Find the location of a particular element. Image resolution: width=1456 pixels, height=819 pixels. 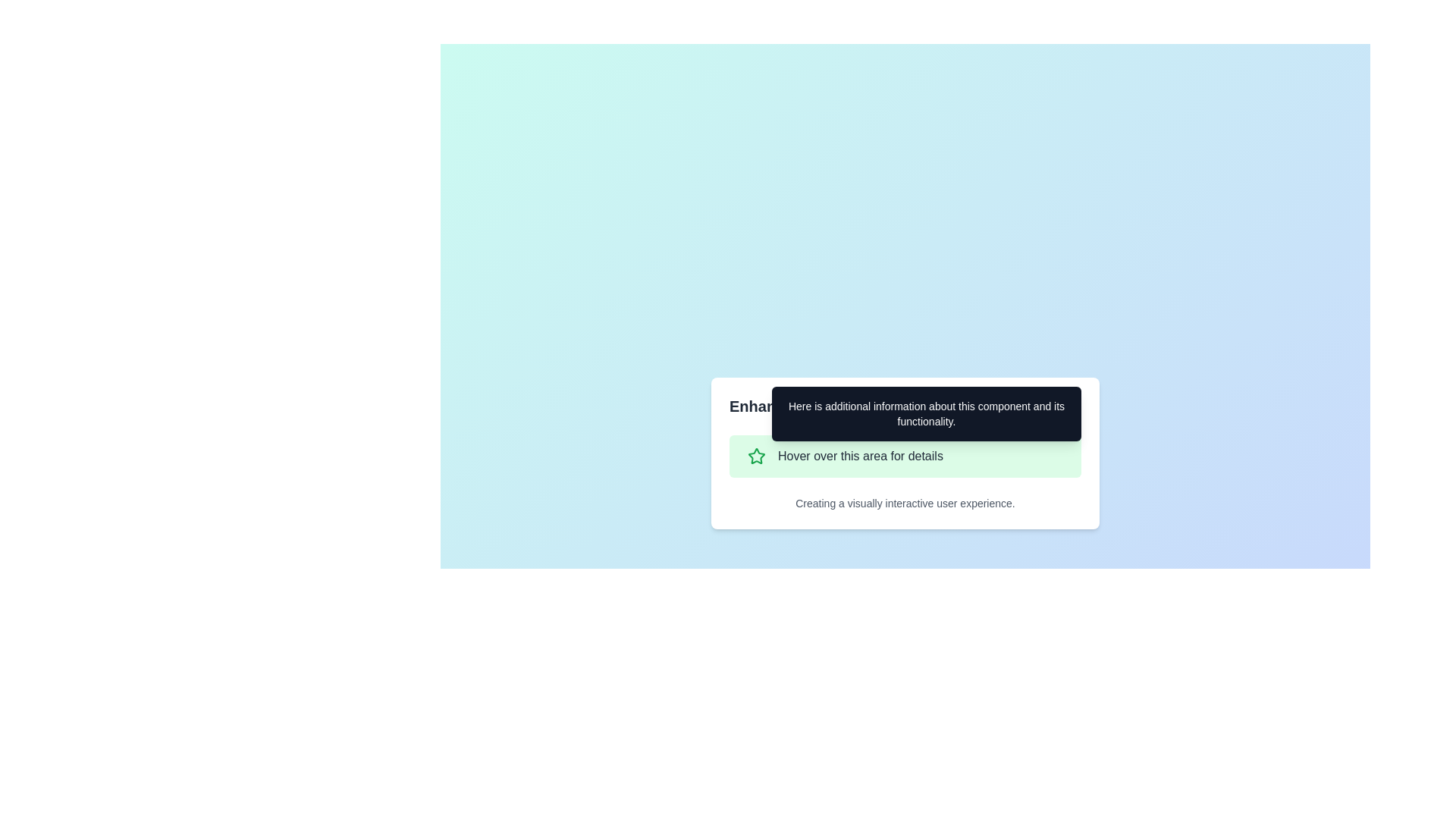

text displayed in the tooltip that says 'Here is additional information about this component and its functionality.' is located at coordinates (926, 414).